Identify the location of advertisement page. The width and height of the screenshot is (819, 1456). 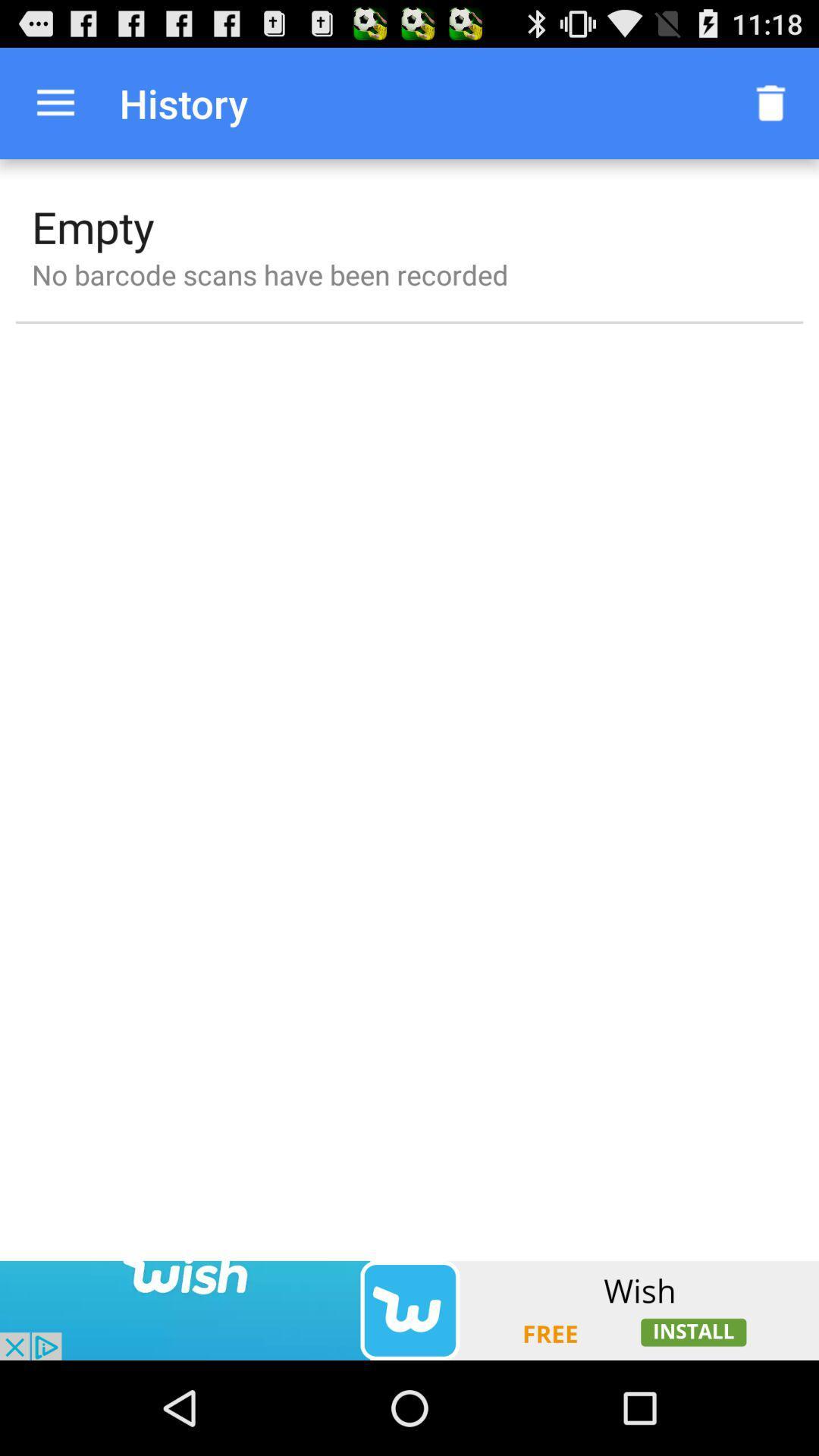
(409, 1310).